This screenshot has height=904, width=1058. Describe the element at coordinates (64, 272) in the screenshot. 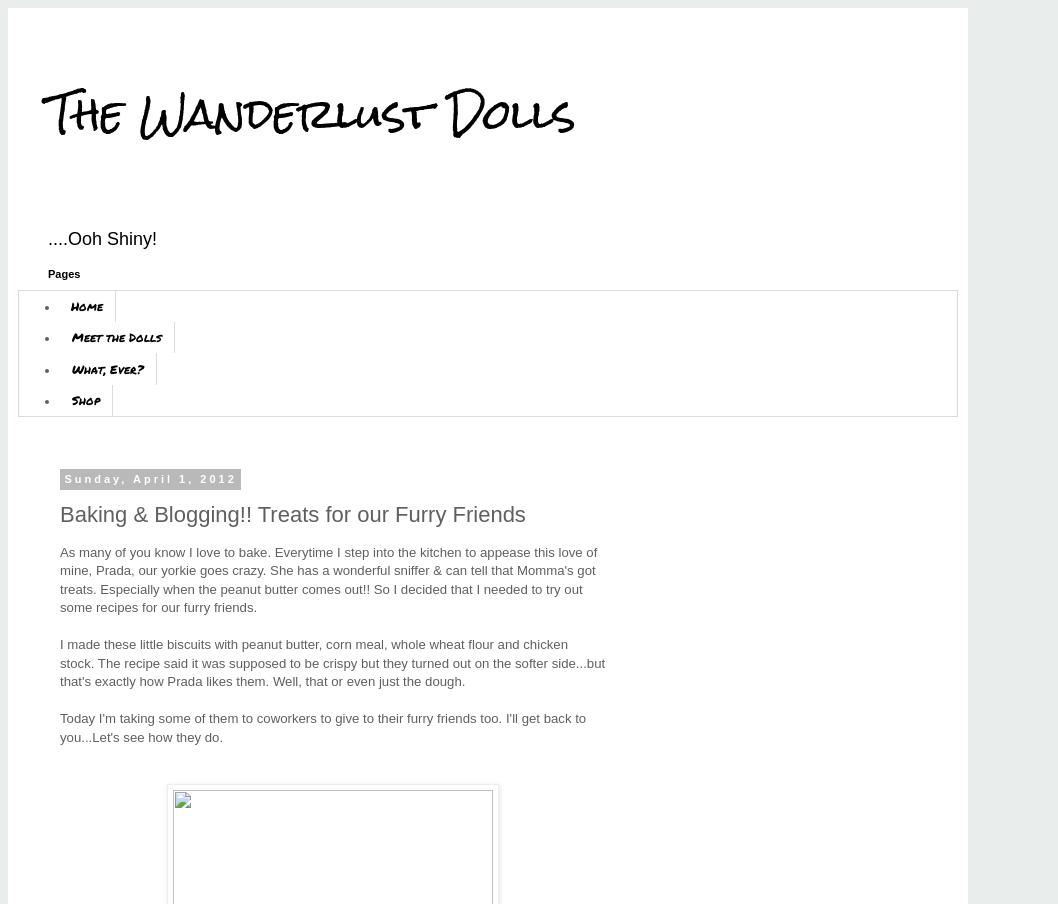

I see `'Pages'` at that location.